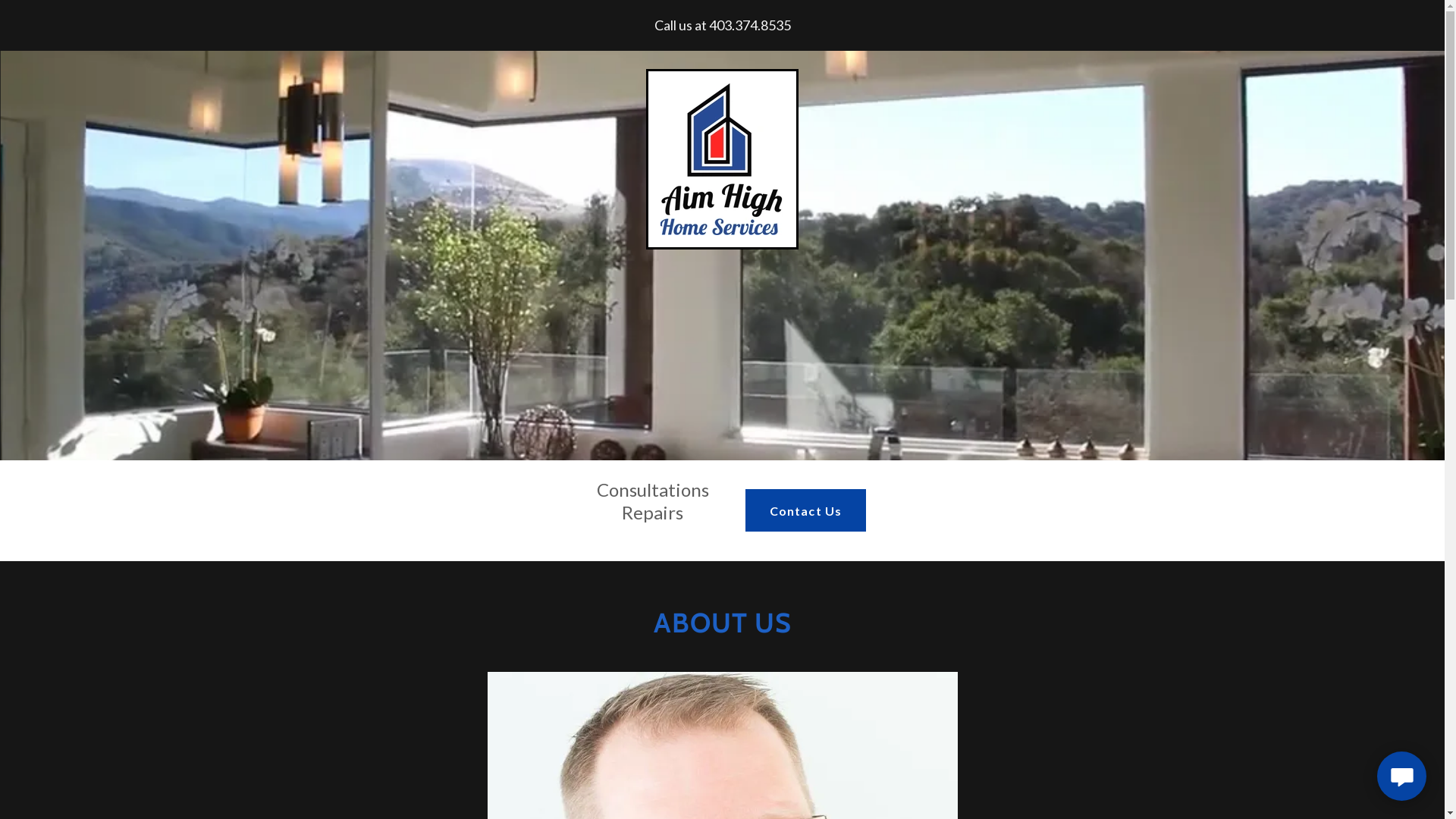 Image resolution: width=1456 pixels, height=819 pixels. Describe the element at coordinates (749, 25) in the screenshot. I see `'403.374.8535'` at that location.